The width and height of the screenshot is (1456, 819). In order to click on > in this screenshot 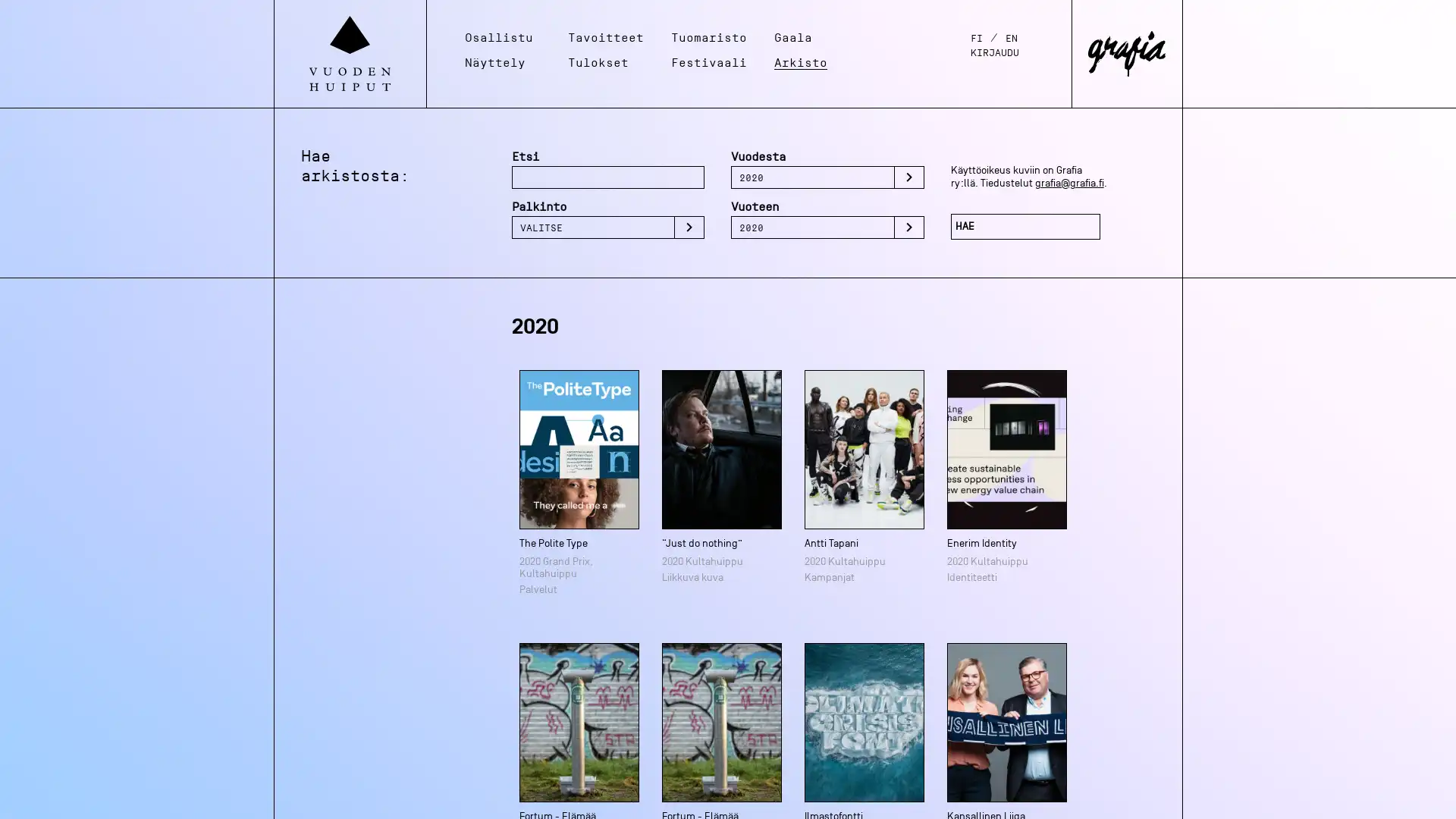, I will do `click(908, 177)`.